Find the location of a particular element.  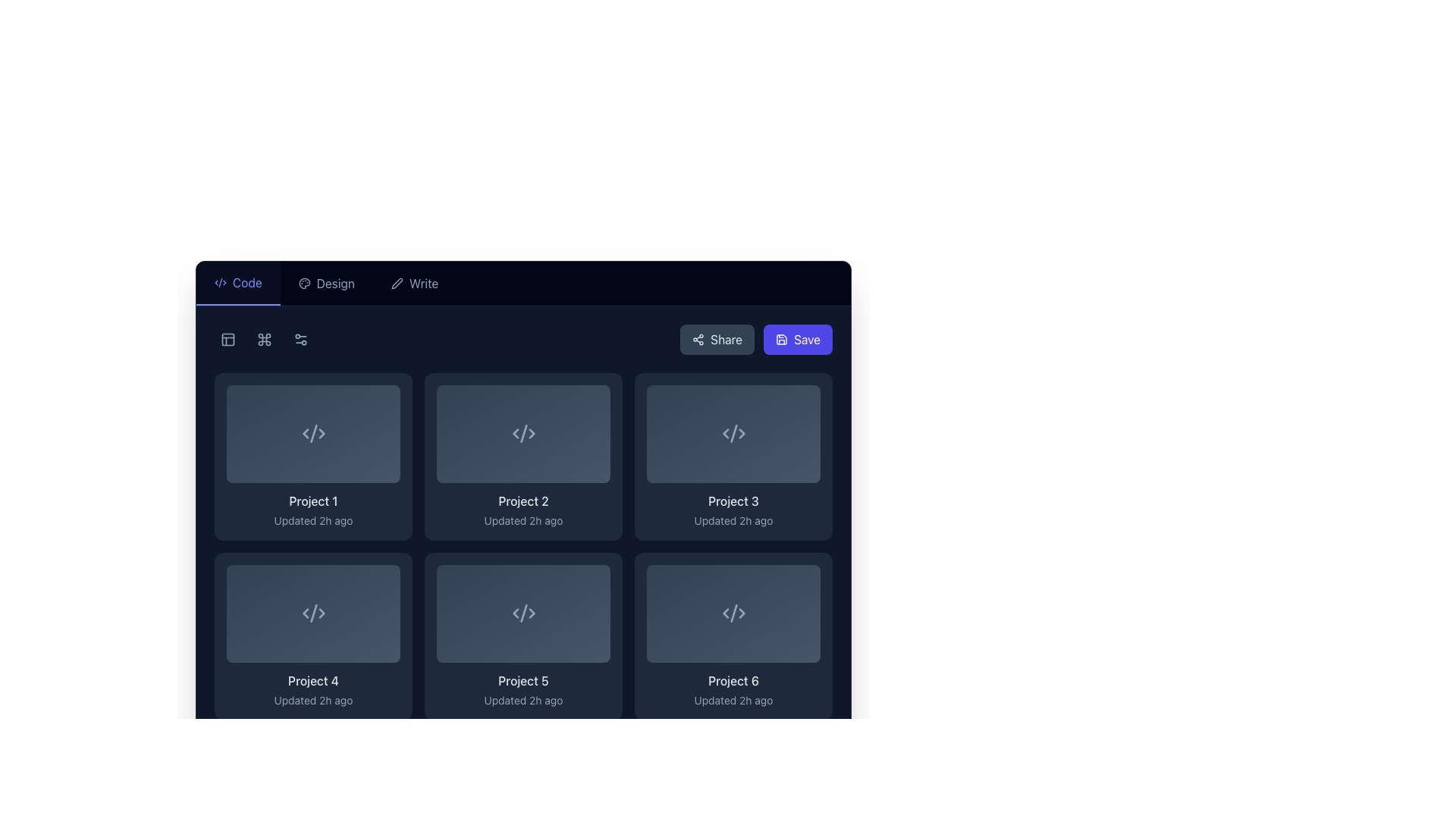

the button with an icon resembling stacked layers located in the top-right corner of the 'Project 5' card is located at coordinates (607, 567).